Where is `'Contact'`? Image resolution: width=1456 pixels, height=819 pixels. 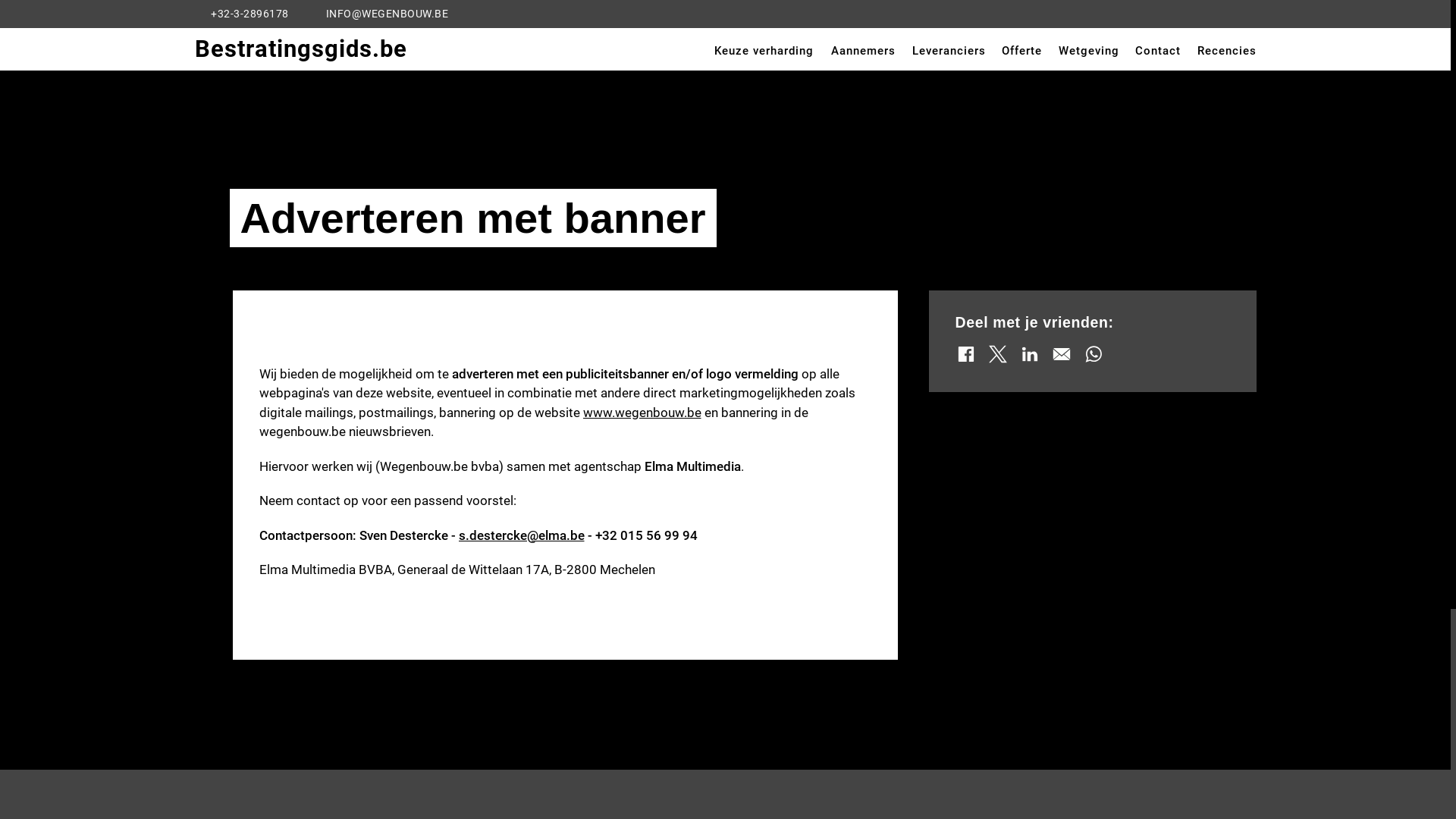
'Contact' is located at coordinates (1156, 52).